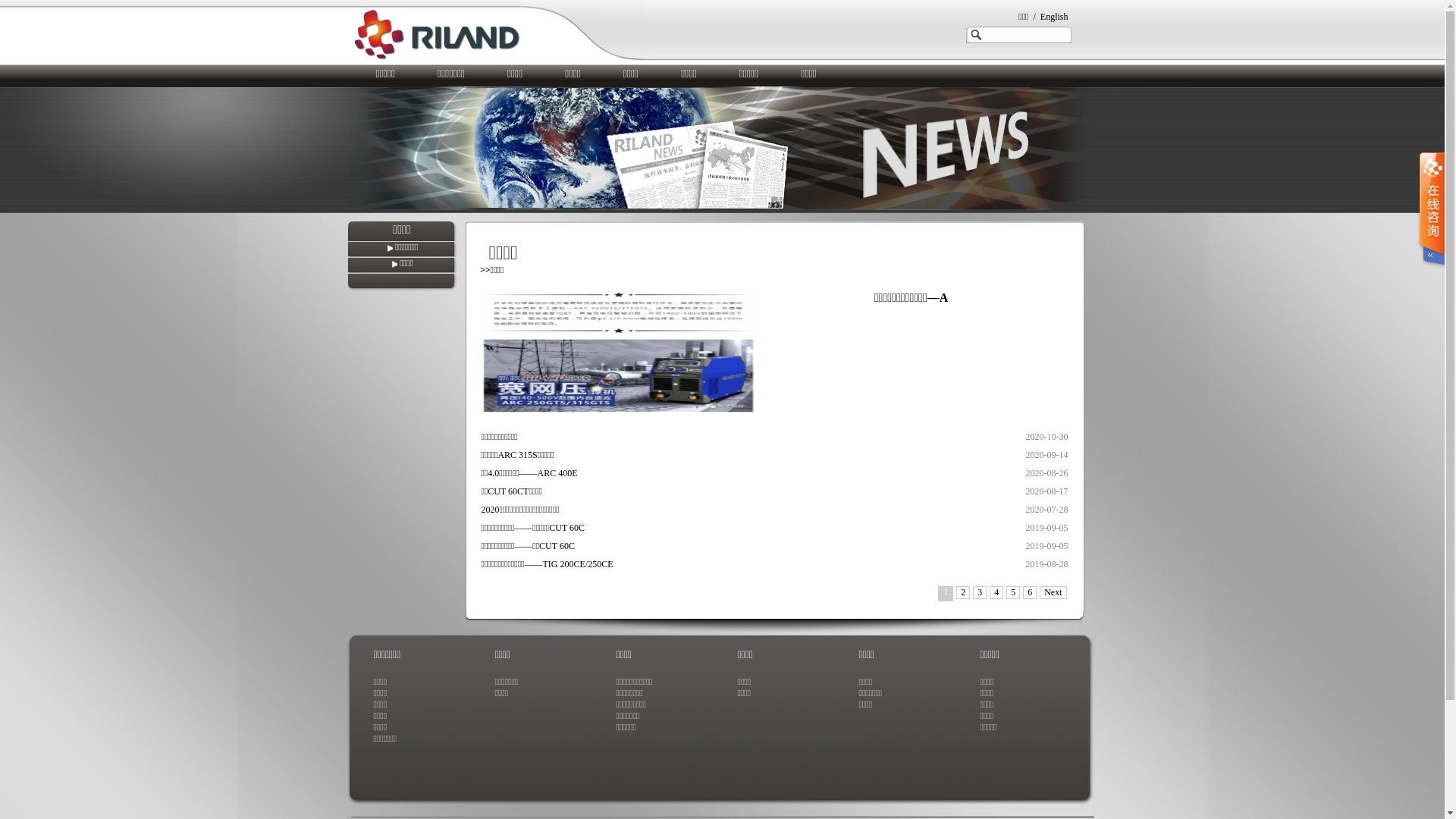 The image size is (1456, 819). What do you see at coordinates (1052, 591) in the screenshot?
I see `'Next'` at bounding box center [1052, 591].